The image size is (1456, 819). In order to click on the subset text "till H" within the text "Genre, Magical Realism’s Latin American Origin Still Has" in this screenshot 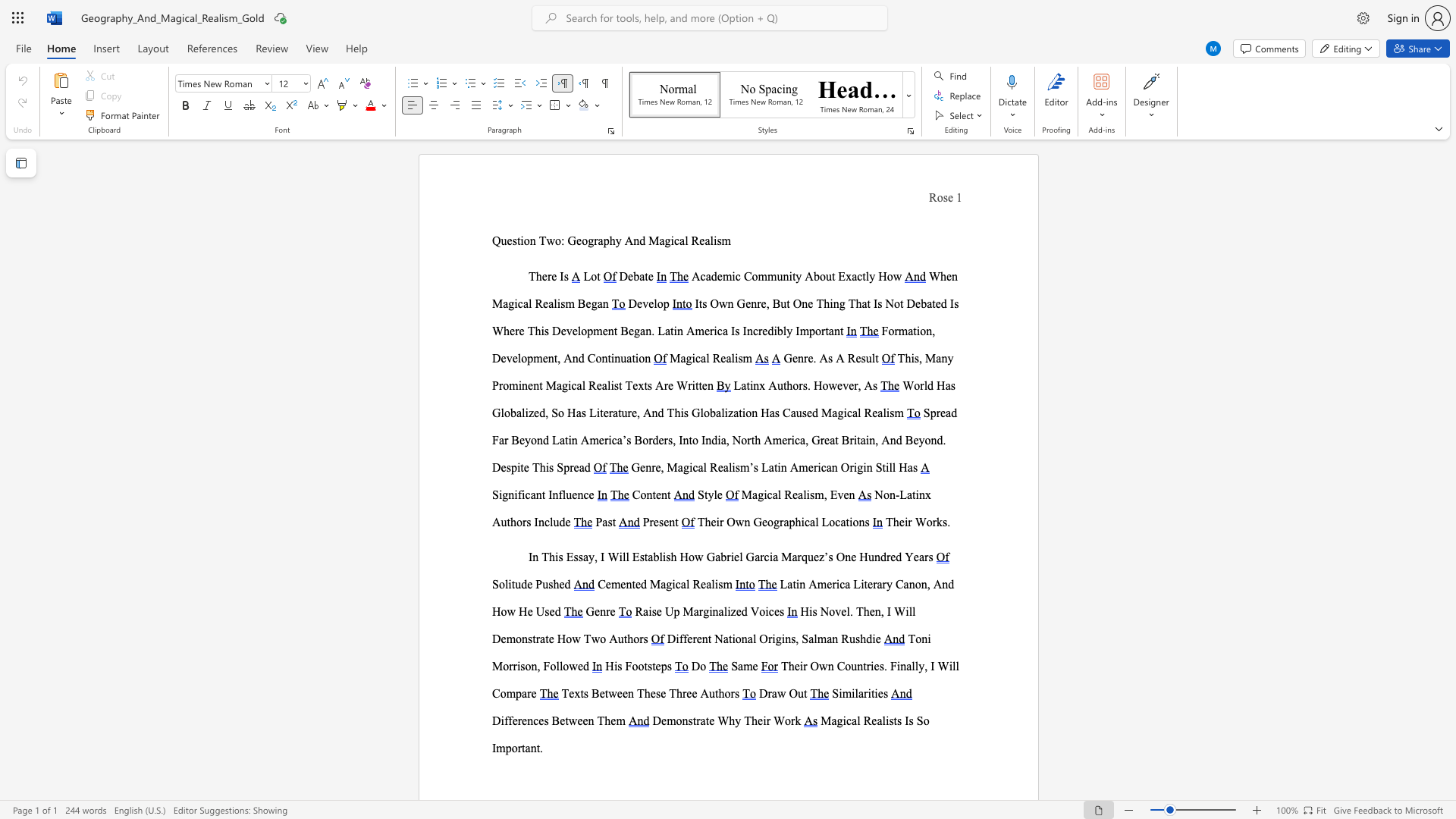, I will do `click(882, 466)`.